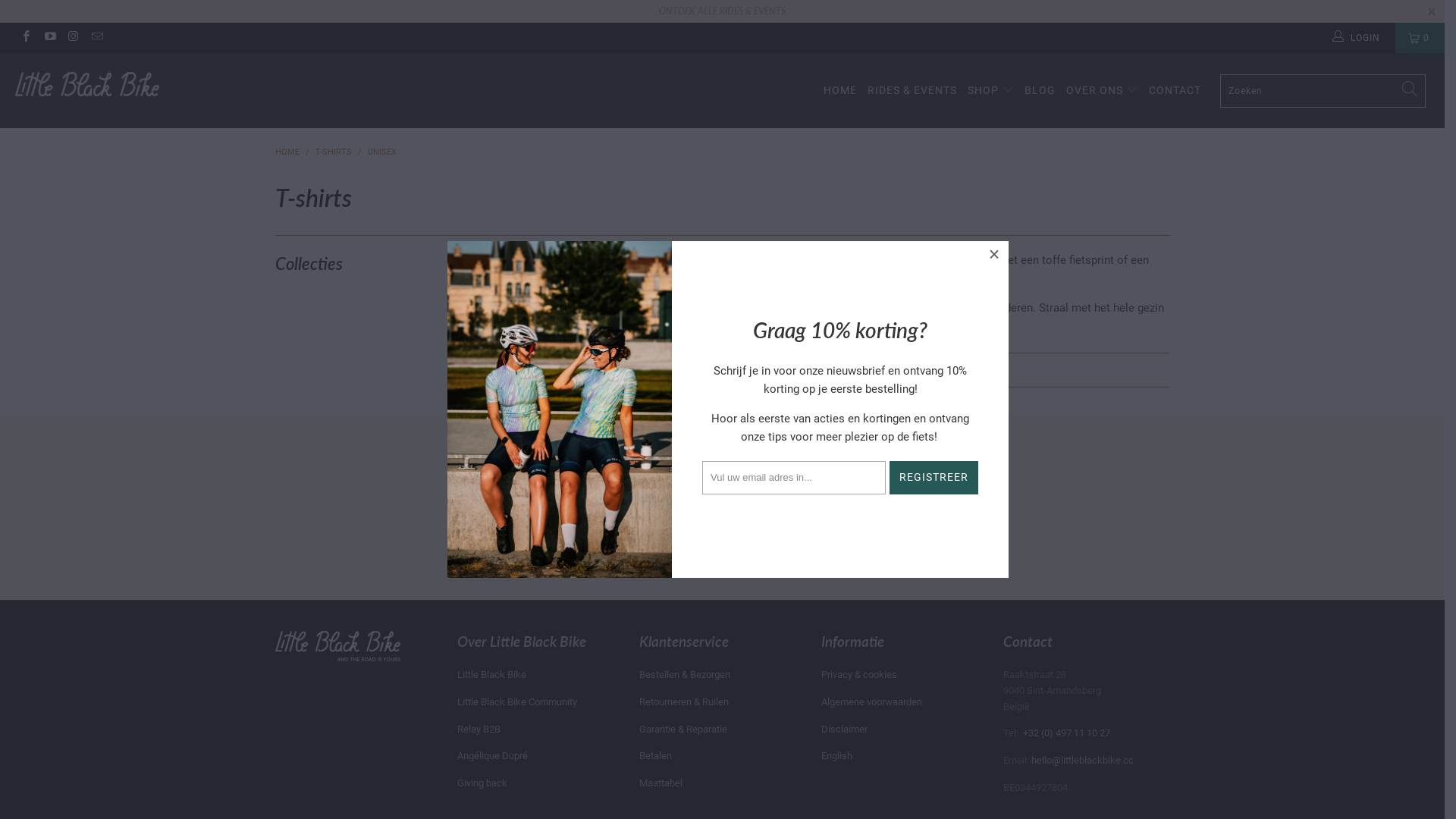 Image resolution: width=1456 pixels, height=819 pixels. I want to click on '0', so click(1419, 37).